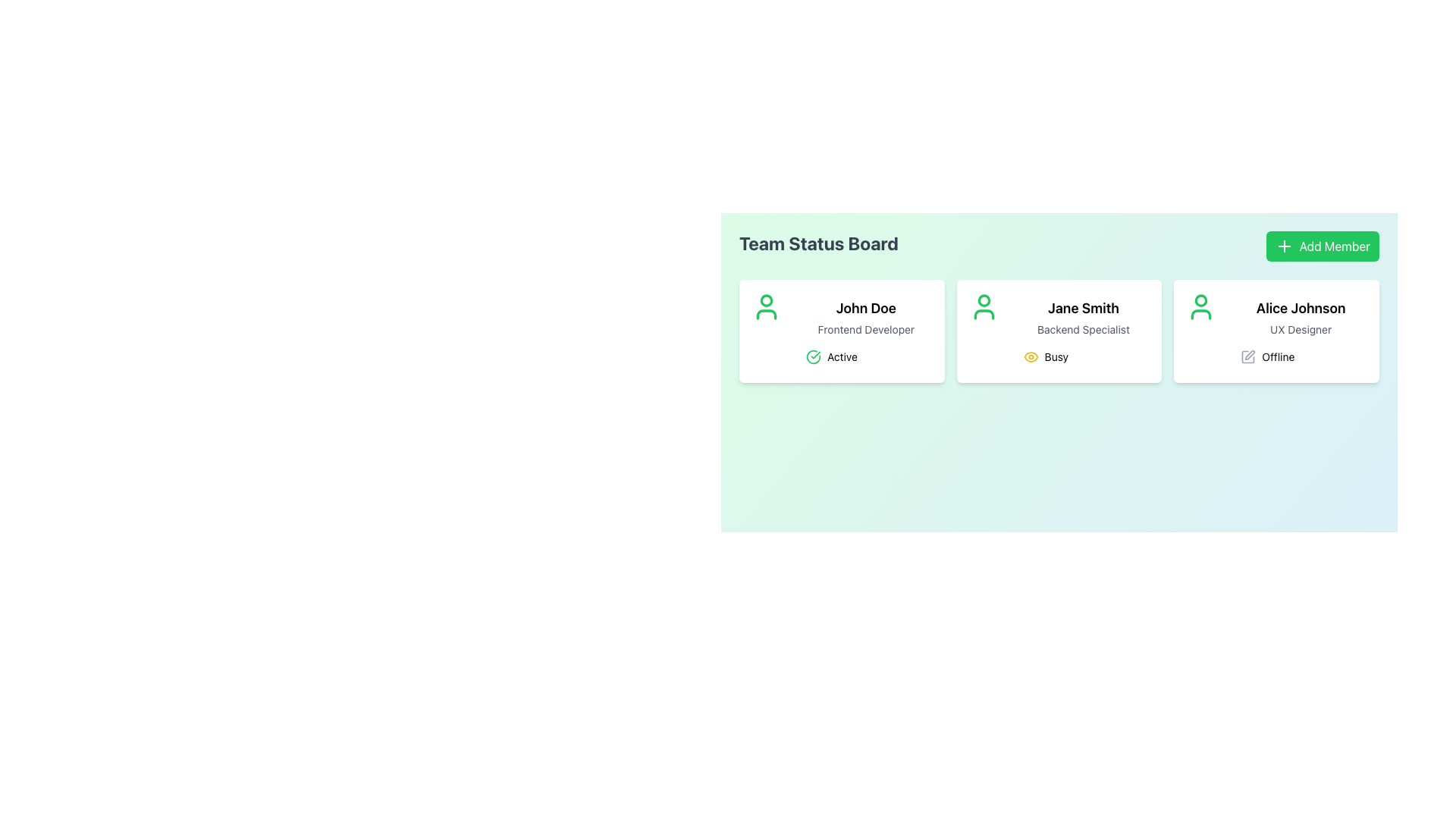  Describe the element at coordinates (984, 300) in the screenshot. I see `the circular shape with a green border that is part of the user icon on the card labeled 'John Doe' in the Team Status Board` at that location.